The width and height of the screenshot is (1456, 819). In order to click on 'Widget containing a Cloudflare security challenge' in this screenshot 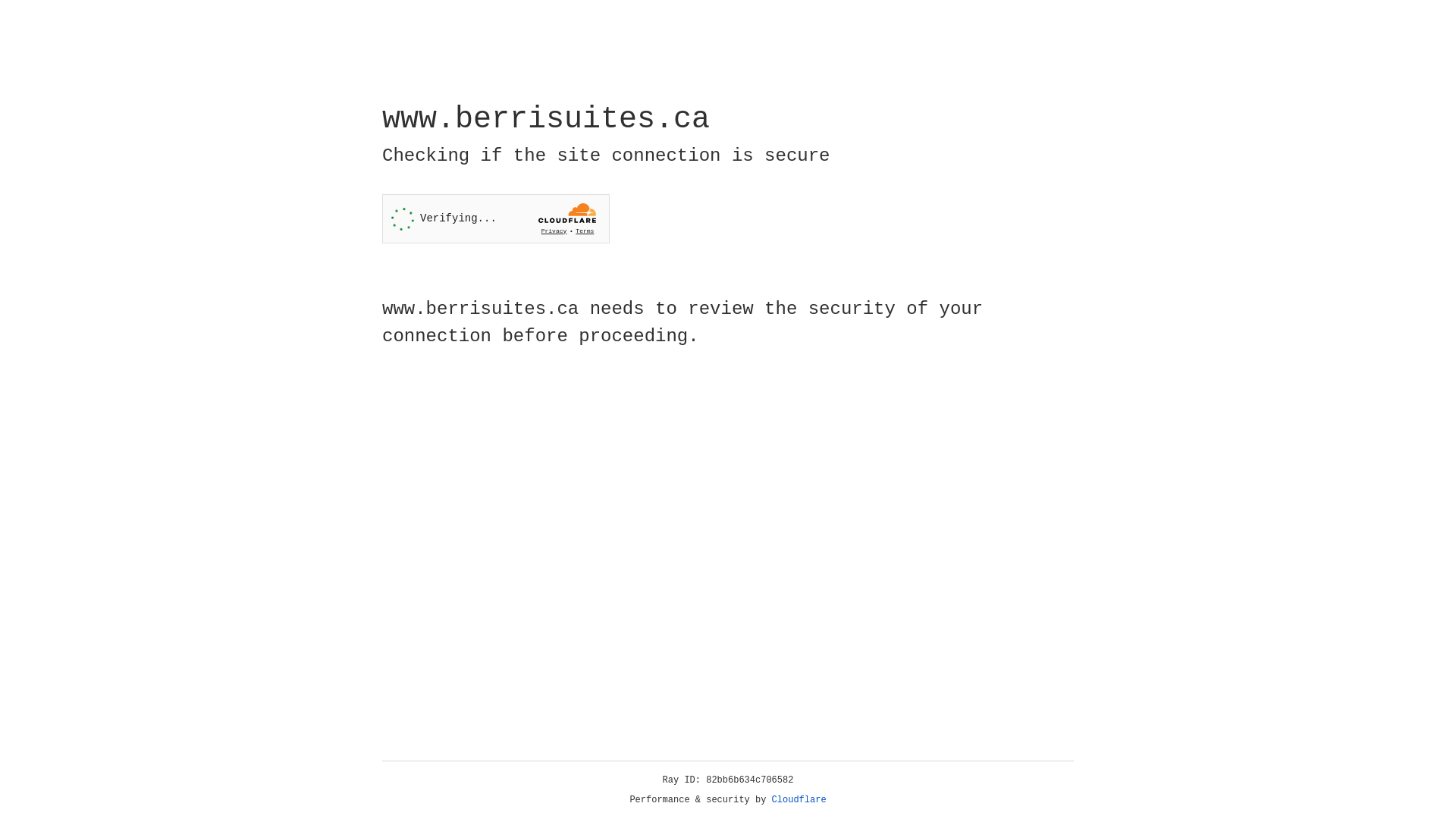, I will do `click(495, 218)`.